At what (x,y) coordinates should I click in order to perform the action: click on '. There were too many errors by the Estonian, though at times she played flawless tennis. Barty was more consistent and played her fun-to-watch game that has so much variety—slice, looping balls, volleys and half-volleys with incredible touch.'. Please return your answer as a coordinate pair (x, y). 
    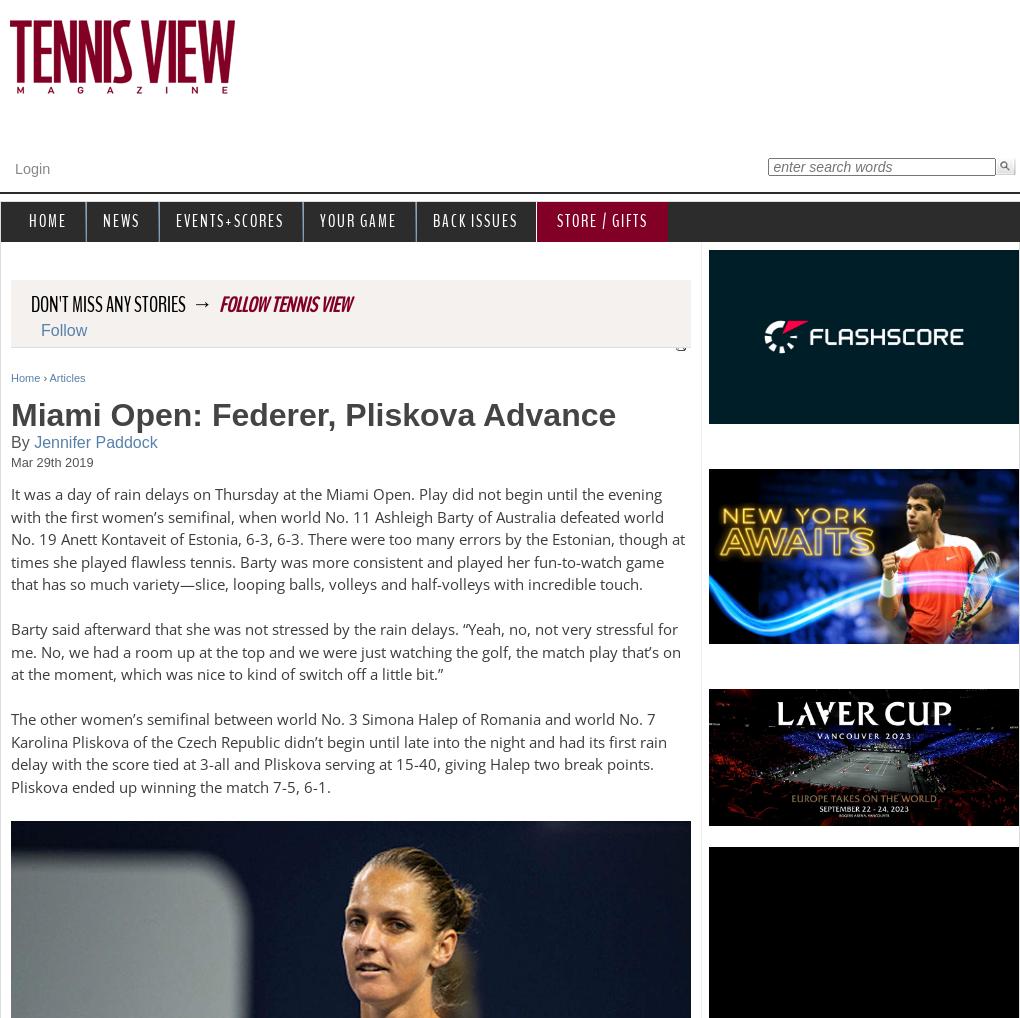
    Looking at the image, I should click on (347, 561).